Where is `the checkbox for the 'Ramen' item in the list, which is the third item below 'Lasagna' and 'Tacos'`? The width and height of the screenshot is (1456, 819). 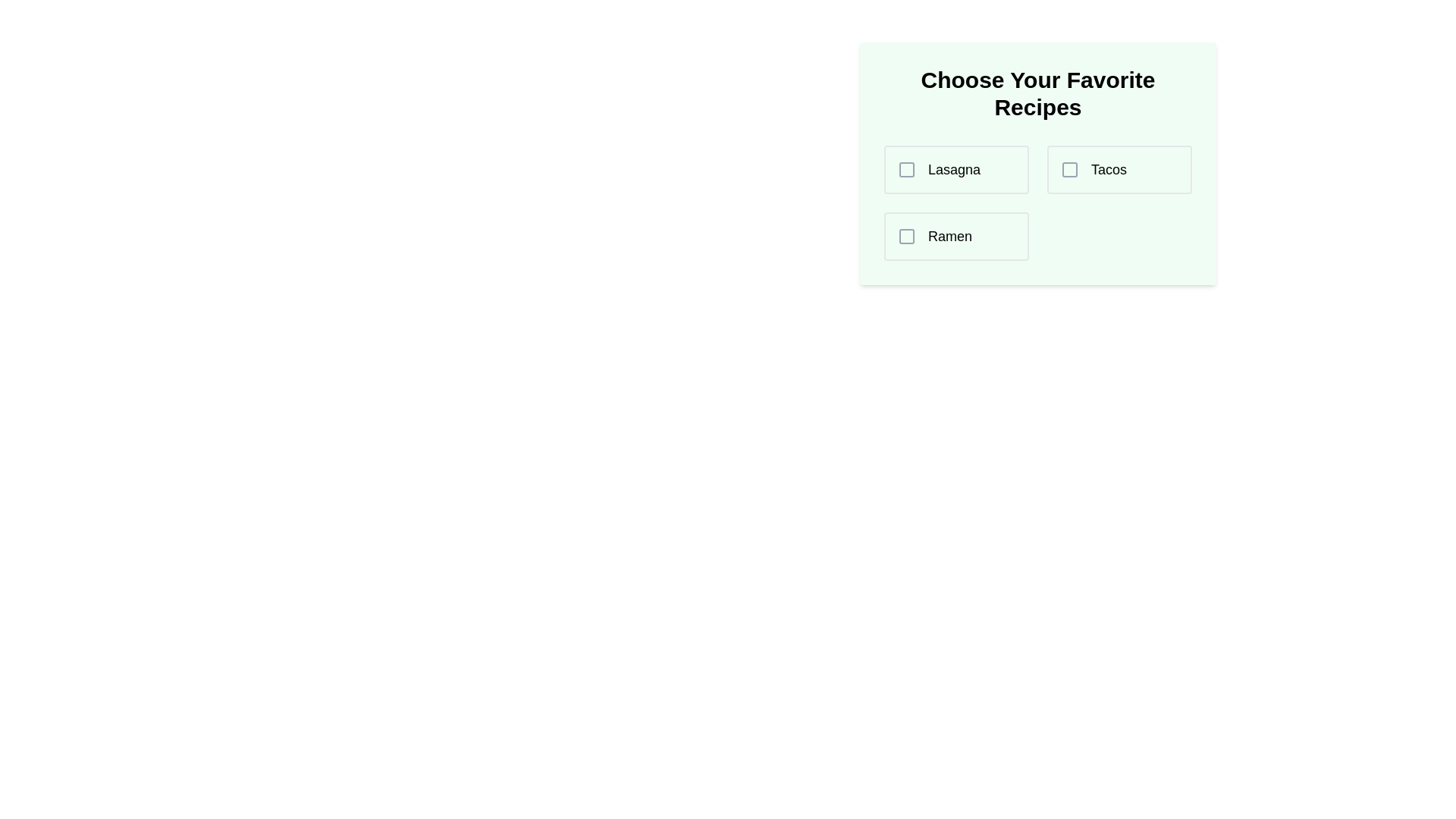
the checkbox for the 'Ramen' item in the list, which is the third item below 'Lasagna' and 'Tacos' is located at coordinates (955, 237).